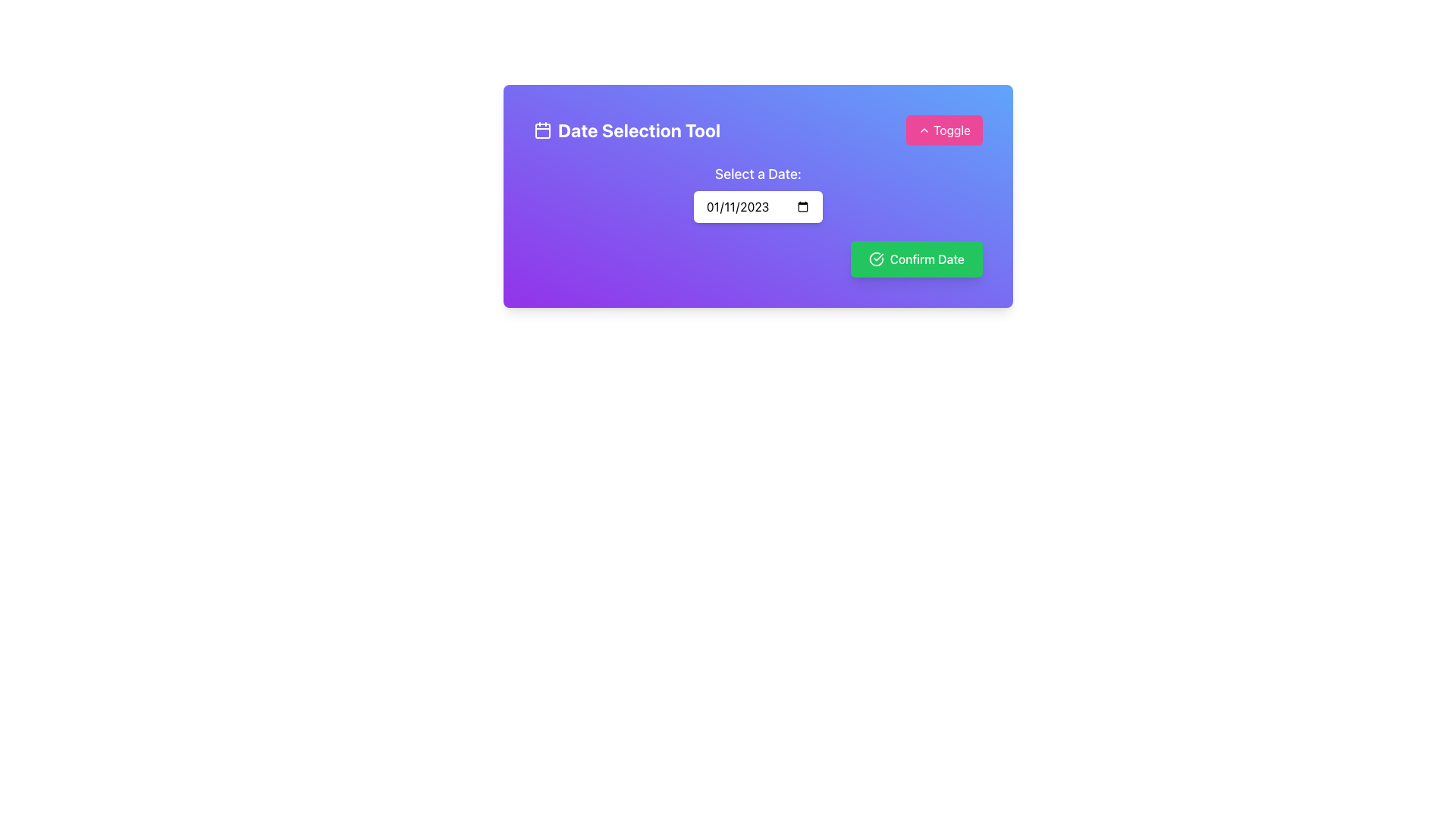 This screenshot has width=1456, height=819. Describe the element at coordinates (924, 130) in the screenshot. I see `the small, upward-pointing chevron icon located on the left side of the 'Toggle' button in the upper-right corner of the card interface` at that location.